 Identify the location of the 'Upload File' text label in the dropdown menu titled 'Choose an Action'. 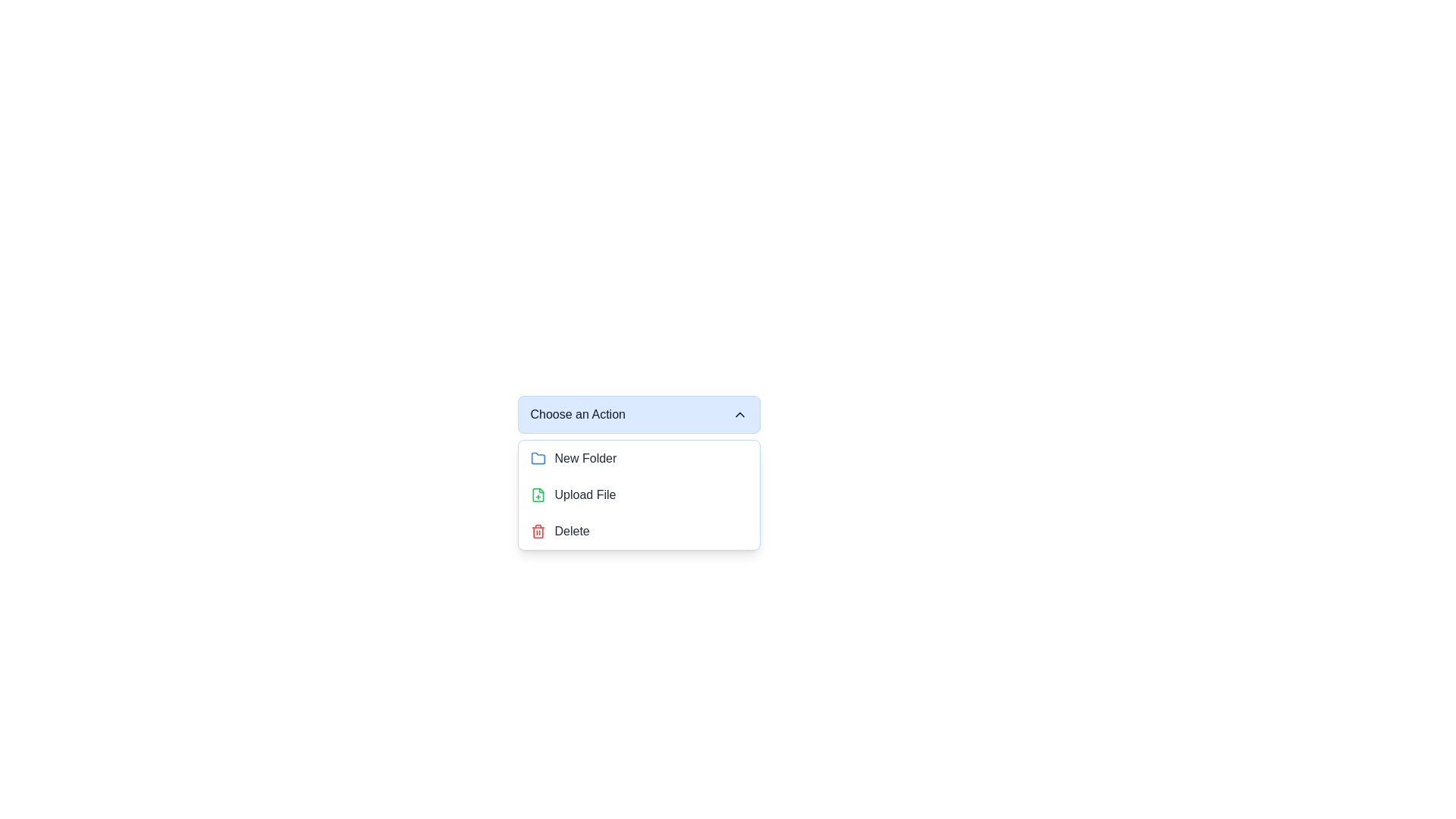
(585, 494).